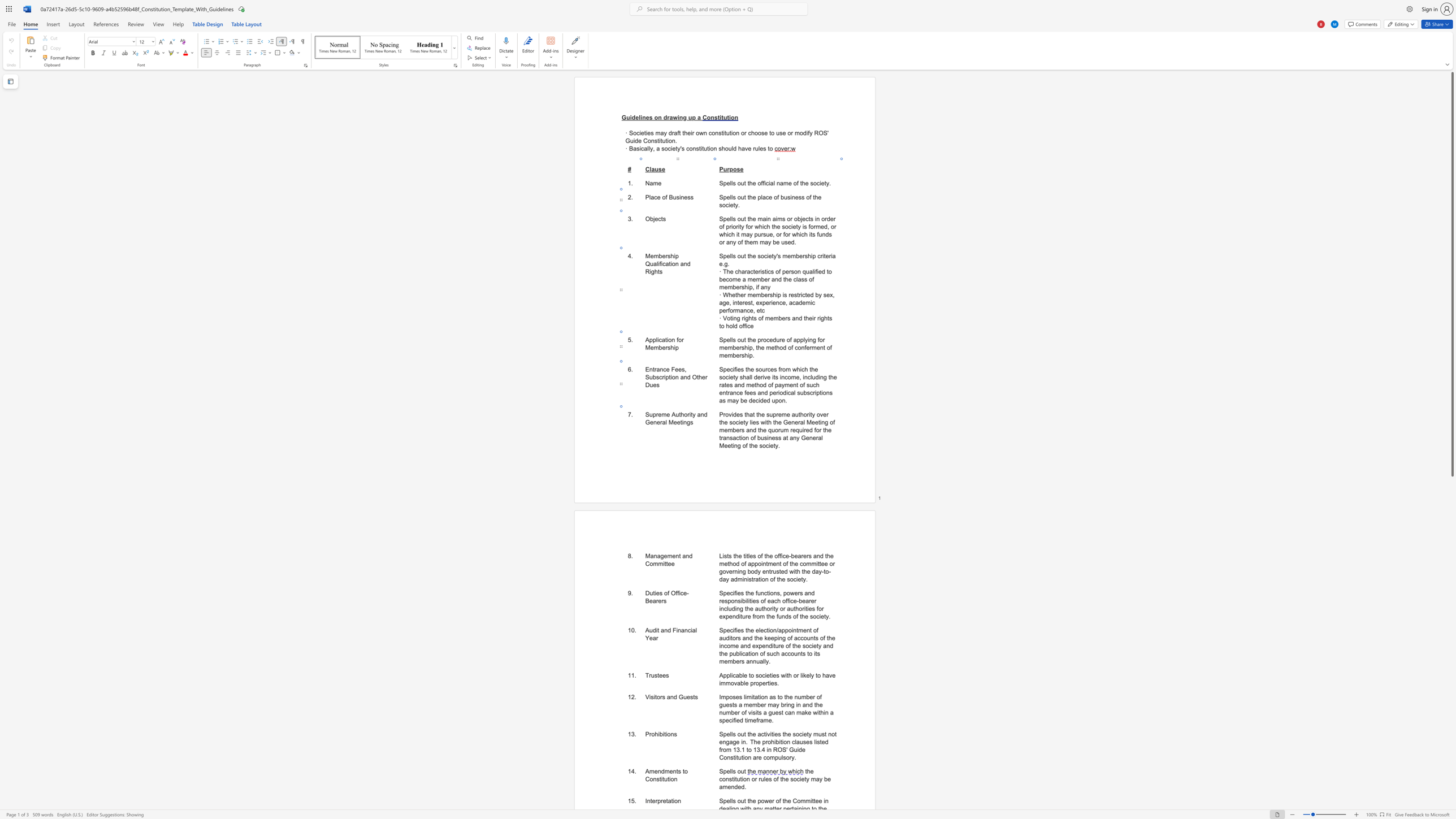  Describe the element at coordinates (766, 779) in the screenshot. I see `the 2th character "e" in the text` at that location.